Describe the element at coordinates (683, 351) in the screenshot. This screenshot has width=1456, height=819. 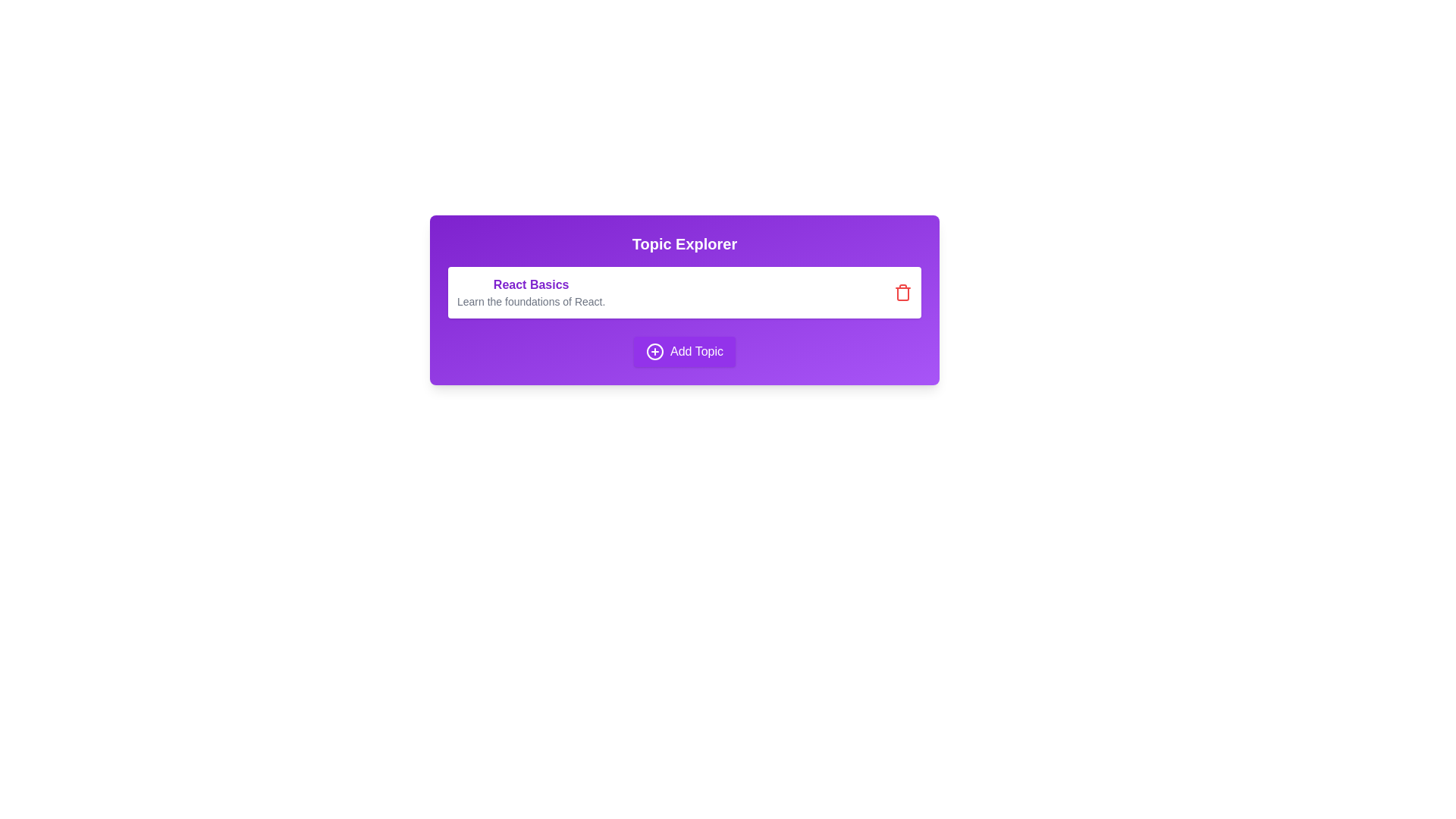
I see `'Add Topic' button to add a new topic` at that location.